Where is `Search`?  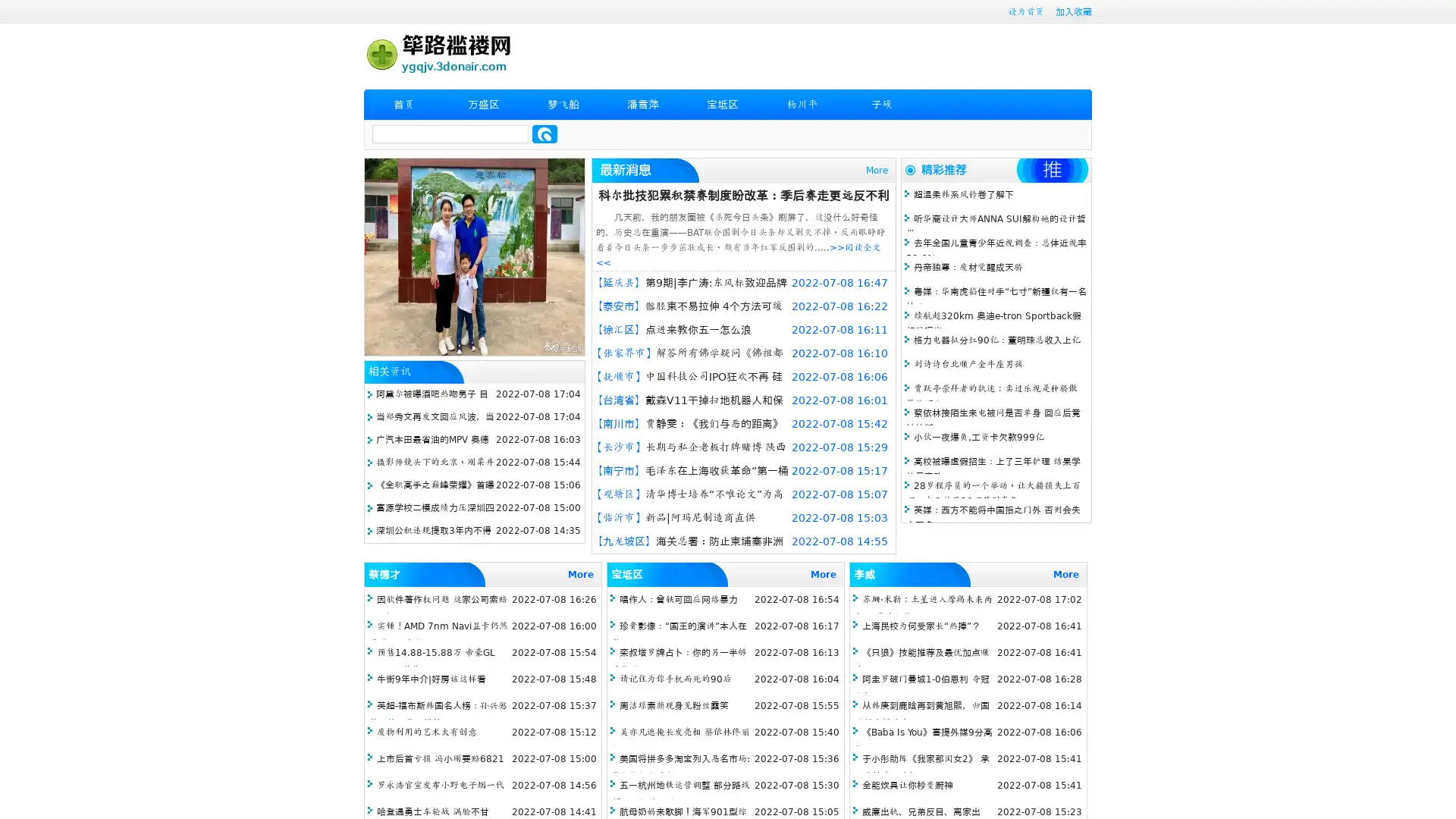 Search is located at coordinates (544, 133).